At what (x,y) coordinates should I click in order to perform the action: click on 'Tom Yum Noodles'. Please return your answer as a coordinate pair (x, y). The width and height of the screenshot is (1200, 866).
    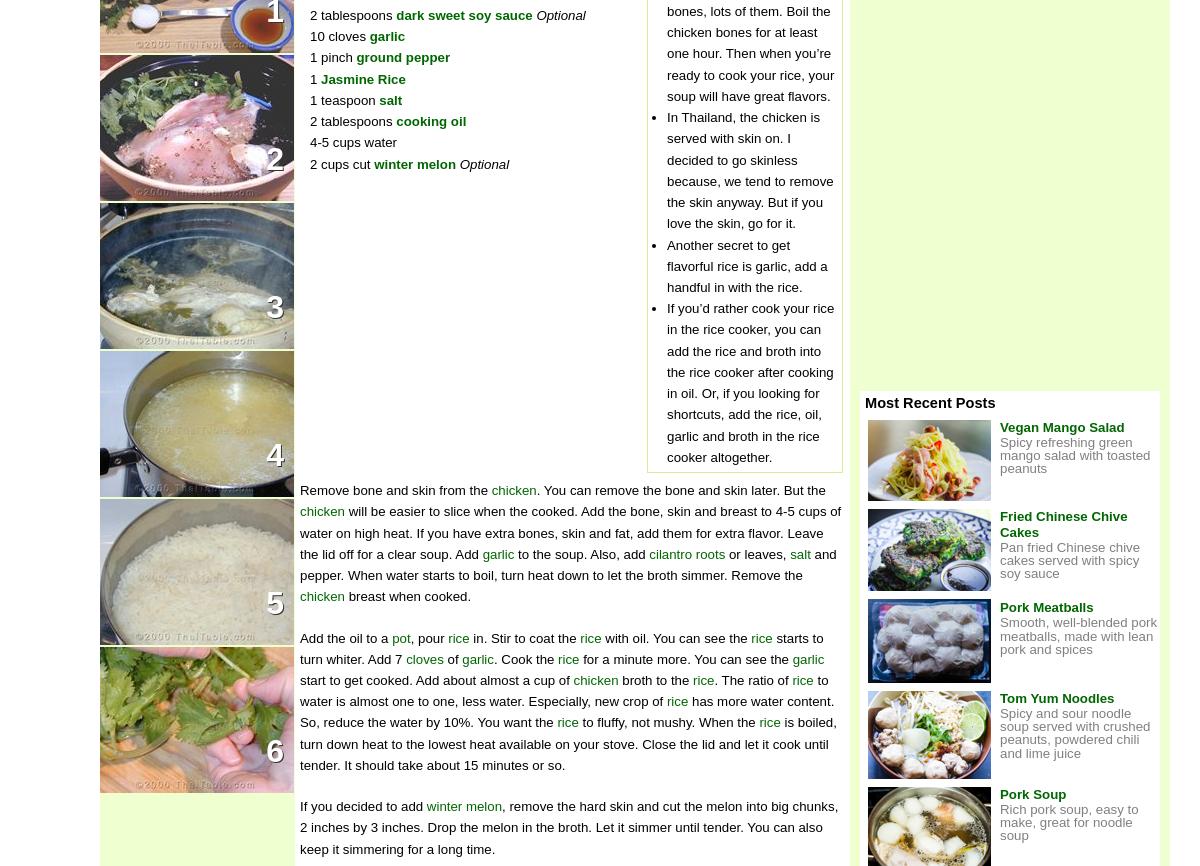
    Looking at the image, I should click on (1055, 696).